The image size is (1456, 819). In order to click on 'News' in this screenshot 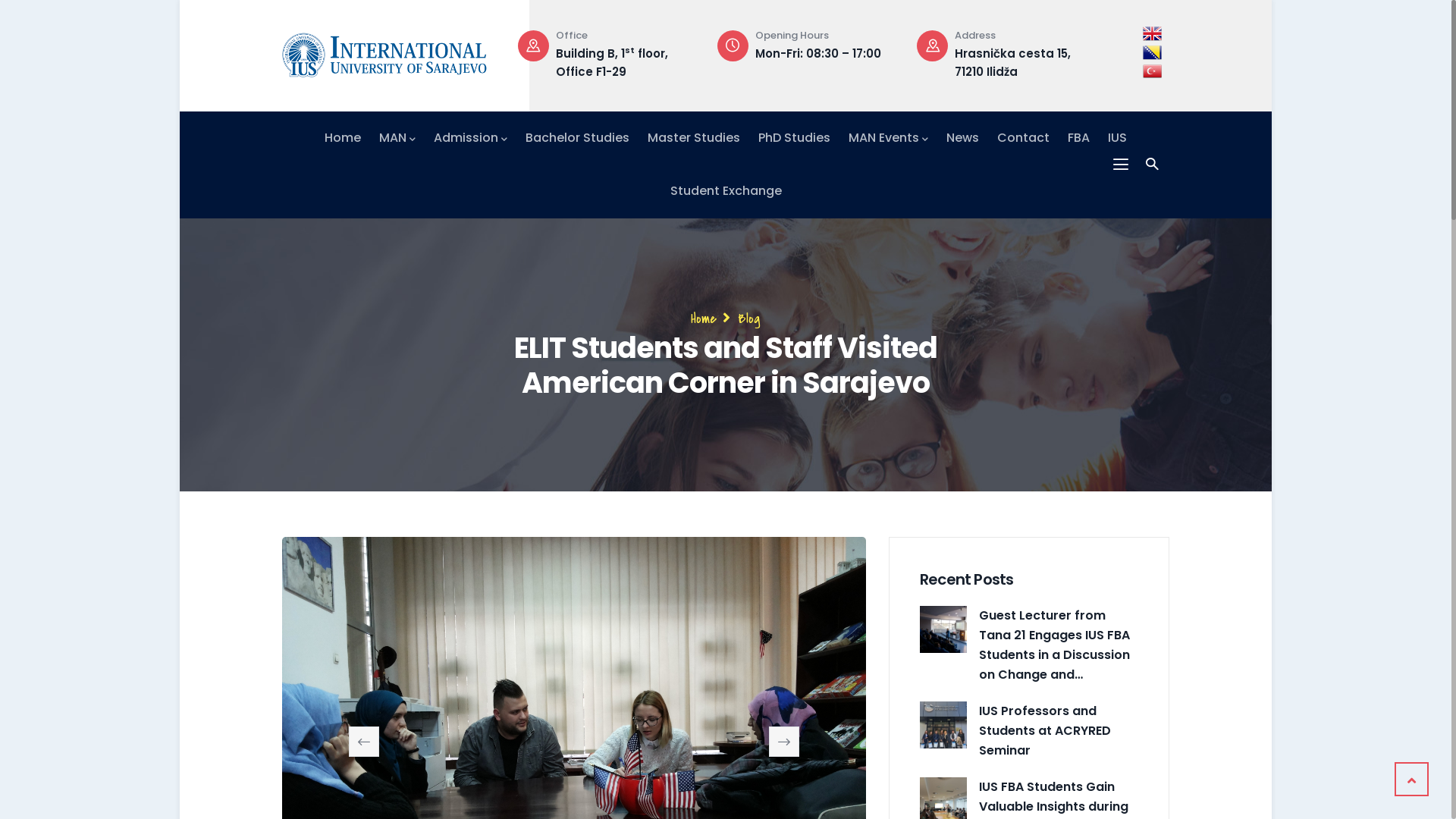, I will do `click(962, 137)`.